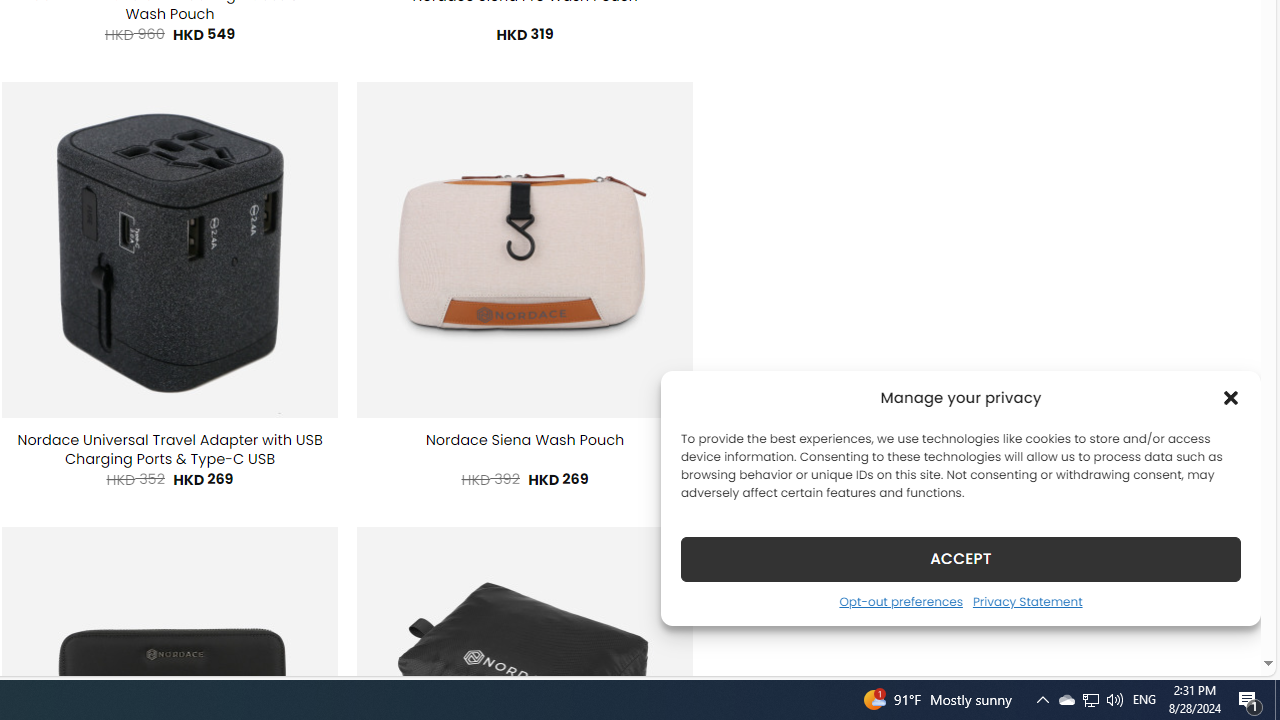 Image resolution: width=1280 pixels, height=720 pixels. I want to click on 'ACCEPT', so click(961, 558).